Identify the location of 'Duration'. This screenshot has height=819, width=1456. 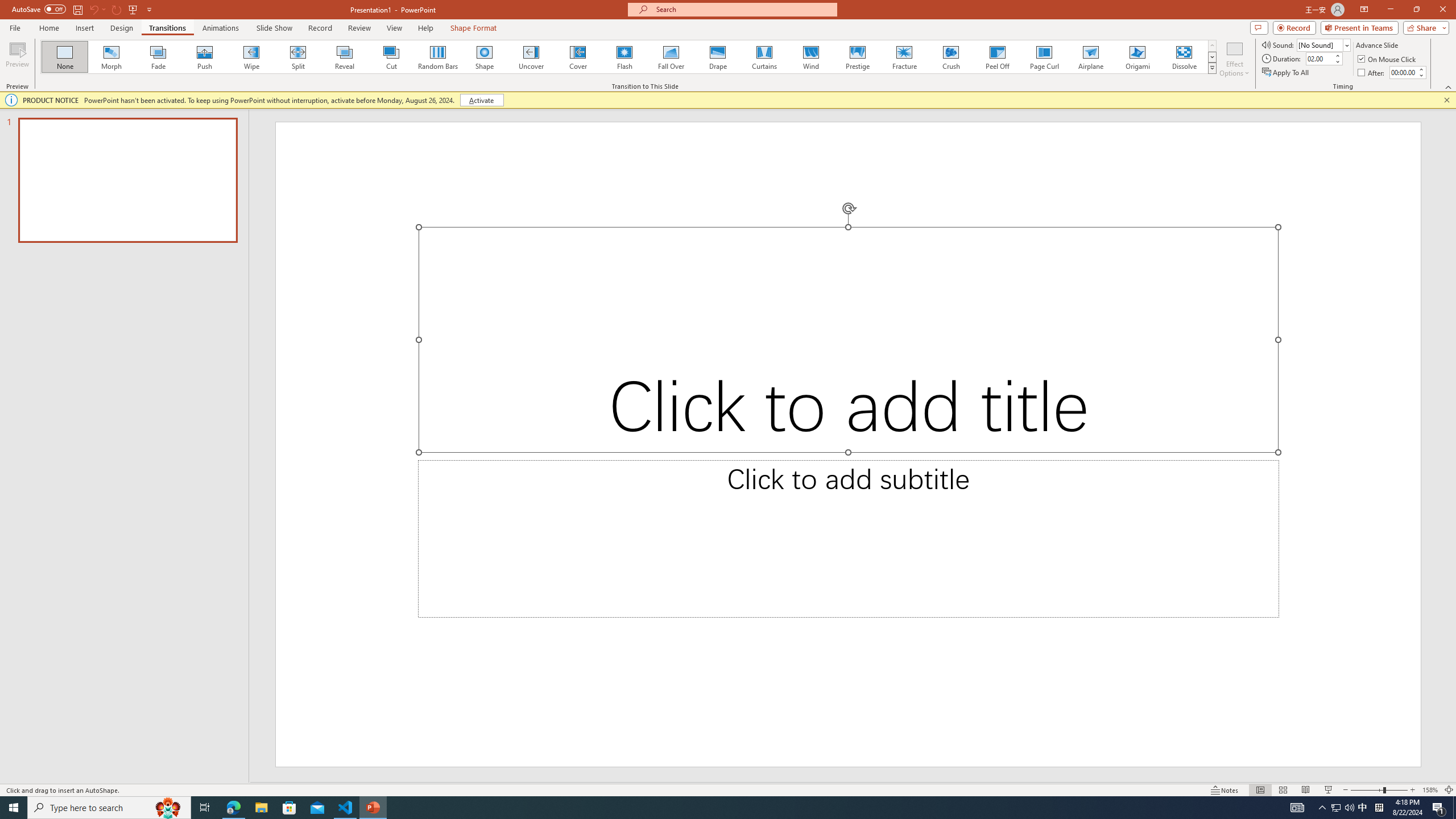
(1319, 58).